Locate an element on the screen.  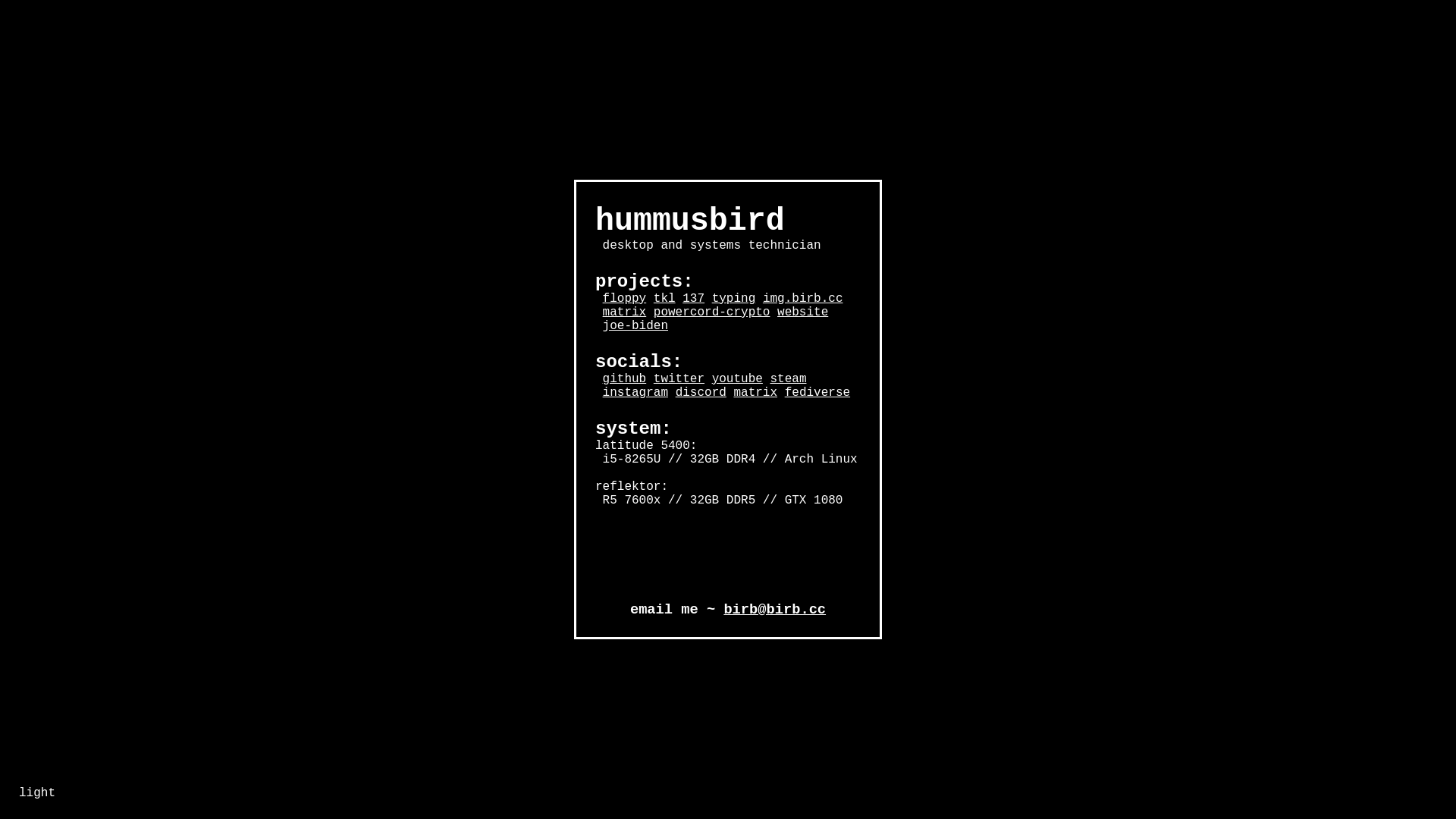
'matrix' is located at coordinates (625, 312).